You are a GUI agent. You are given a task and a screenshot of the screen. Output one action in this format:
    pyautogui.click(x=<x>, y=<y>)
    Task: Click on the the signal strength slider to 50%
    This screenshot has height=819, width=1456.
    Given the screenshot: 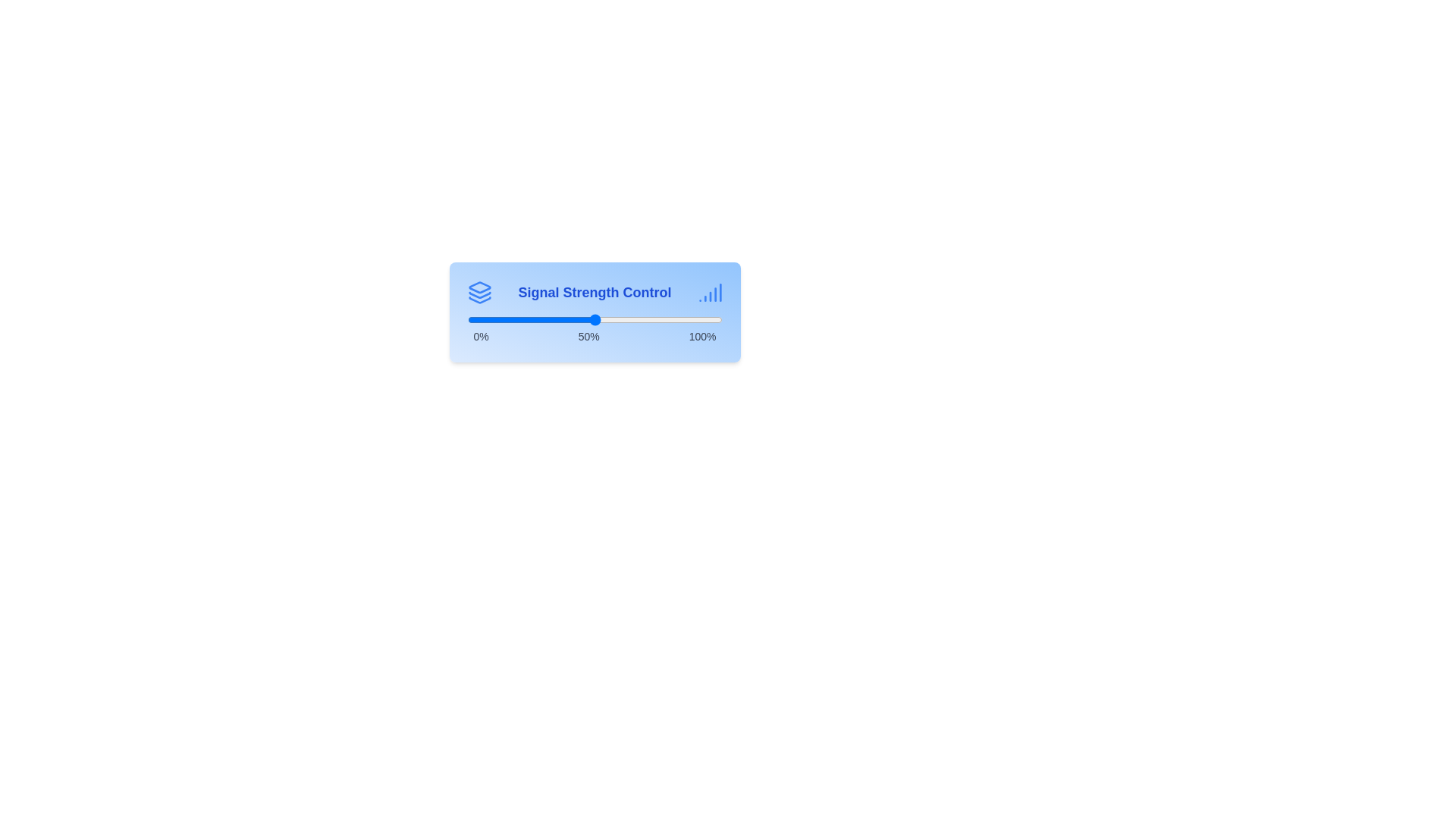 What is the action you would take?
    pyautogui.click(x=594, y=318)
    